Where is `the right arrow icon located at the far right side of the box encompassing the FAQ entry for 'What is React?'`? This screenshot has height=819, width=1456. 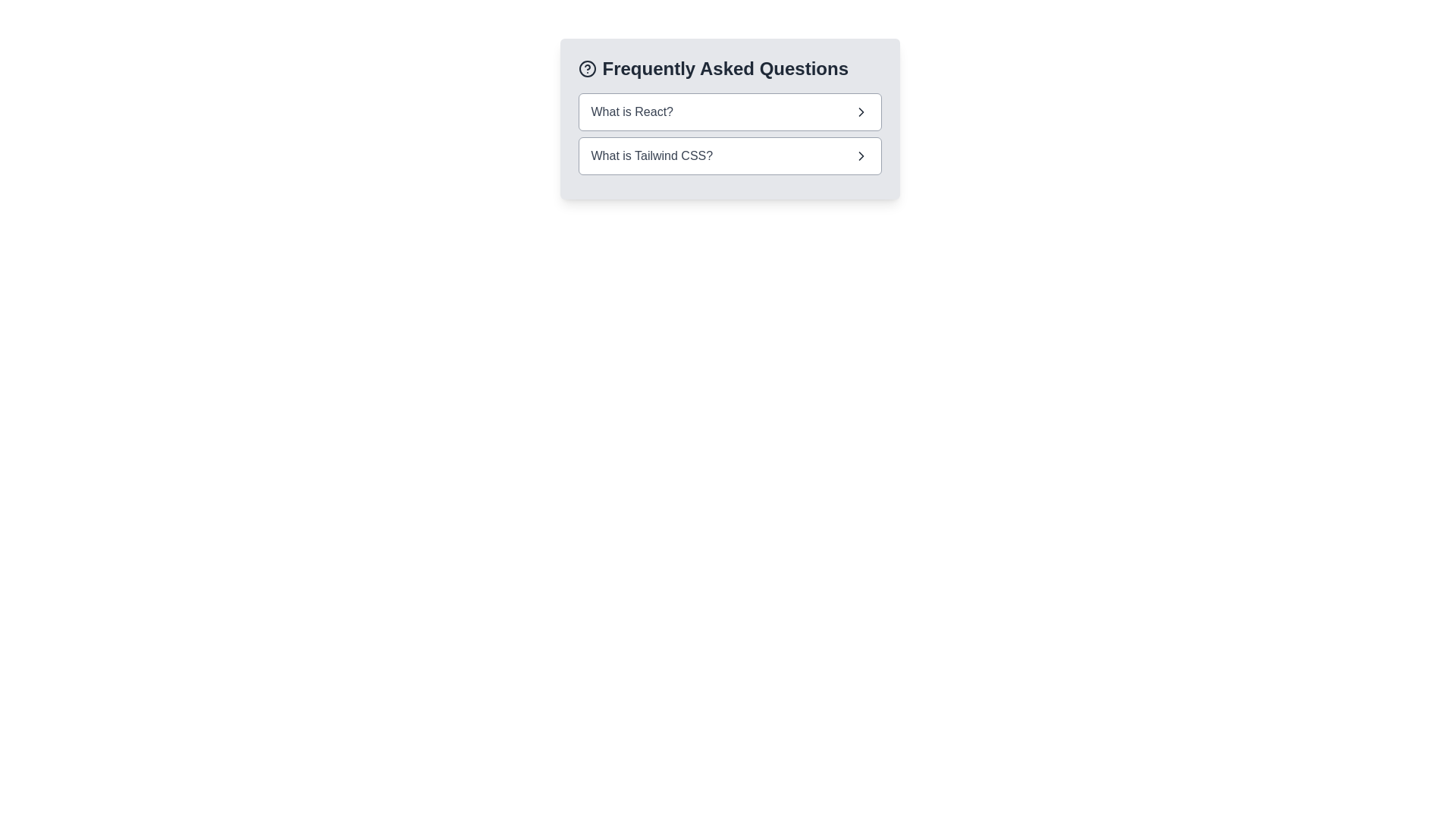 the right arrow icon located at the far right side of the box encompassing the FAQ entry for 'What is React?' is located at coordinates (861, 111).